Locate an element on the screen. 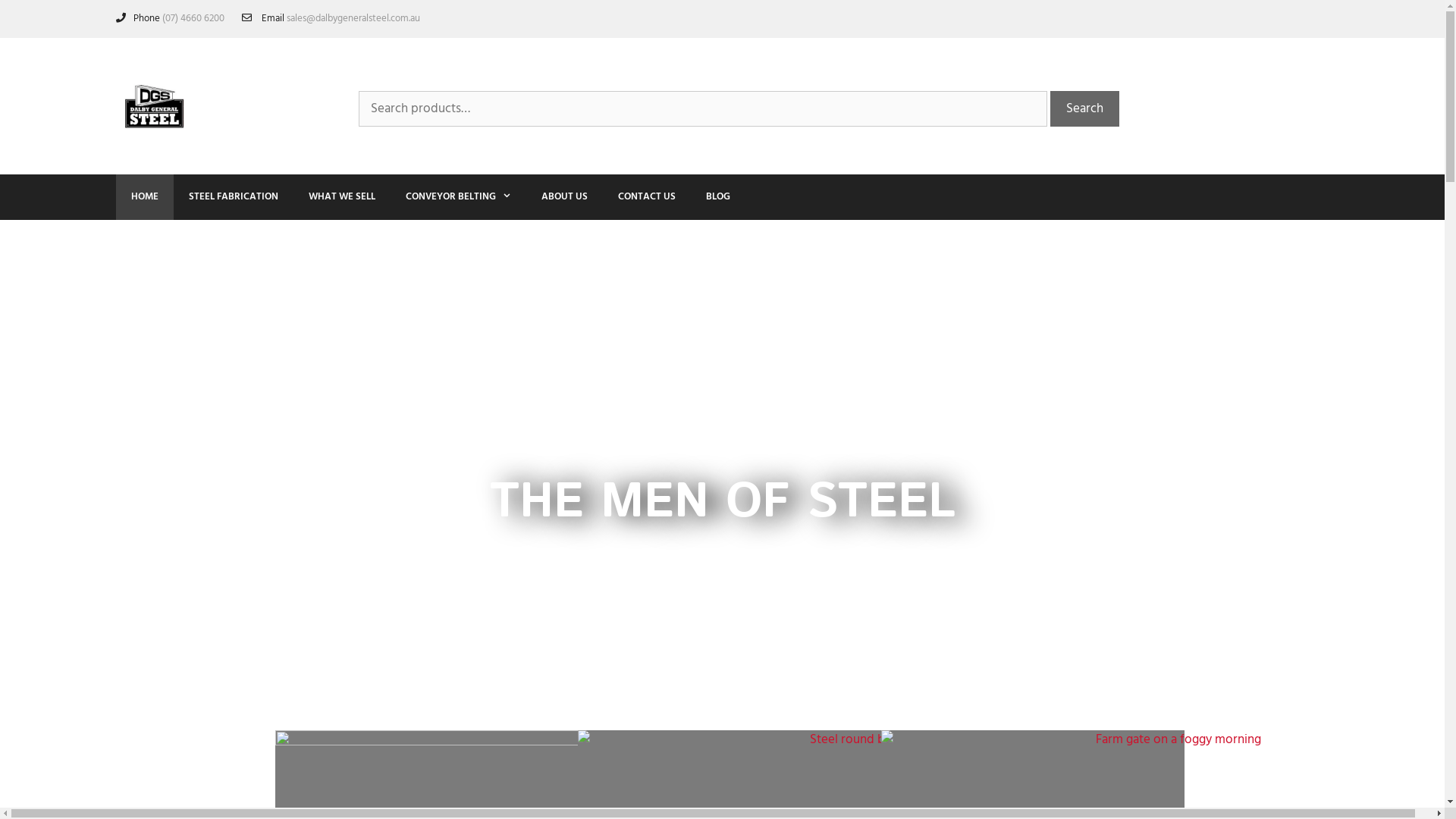  'ABOUT US' is located at coordinates (526, 196).